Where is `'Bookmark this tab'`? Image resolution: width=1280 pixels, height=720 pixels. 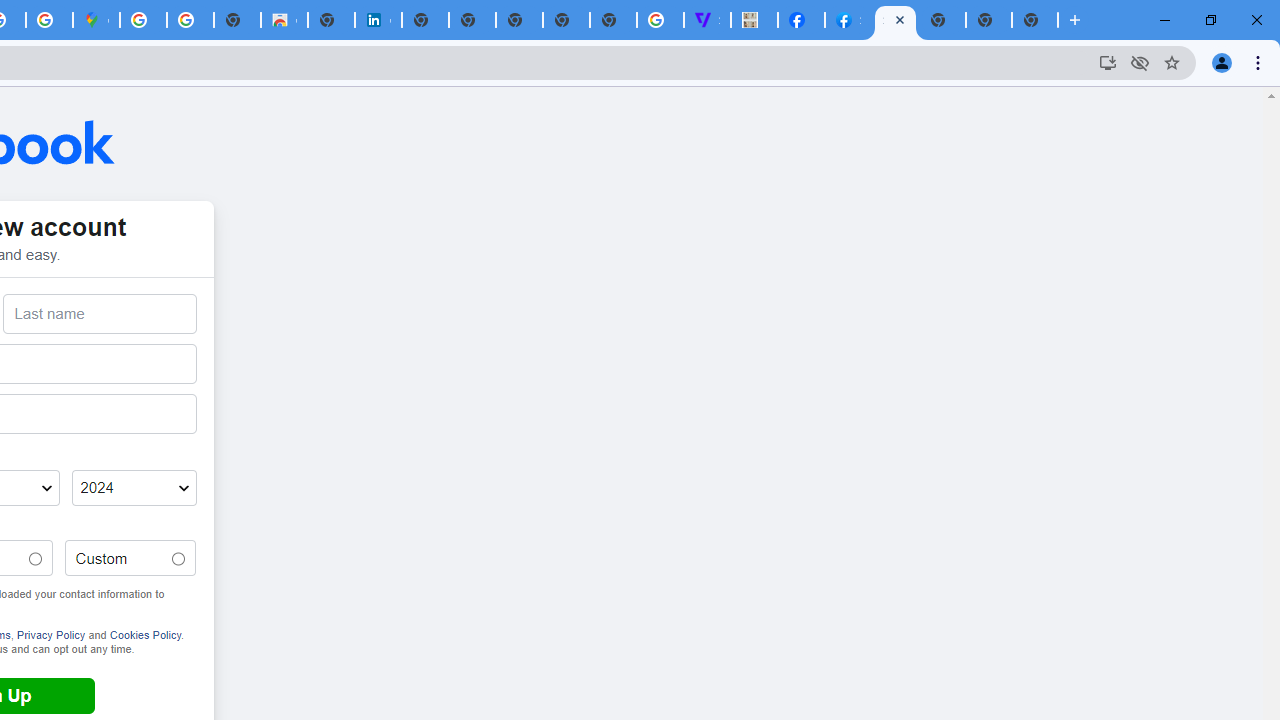 'Bookmark this tab' is located at coordinates (1171, 61).